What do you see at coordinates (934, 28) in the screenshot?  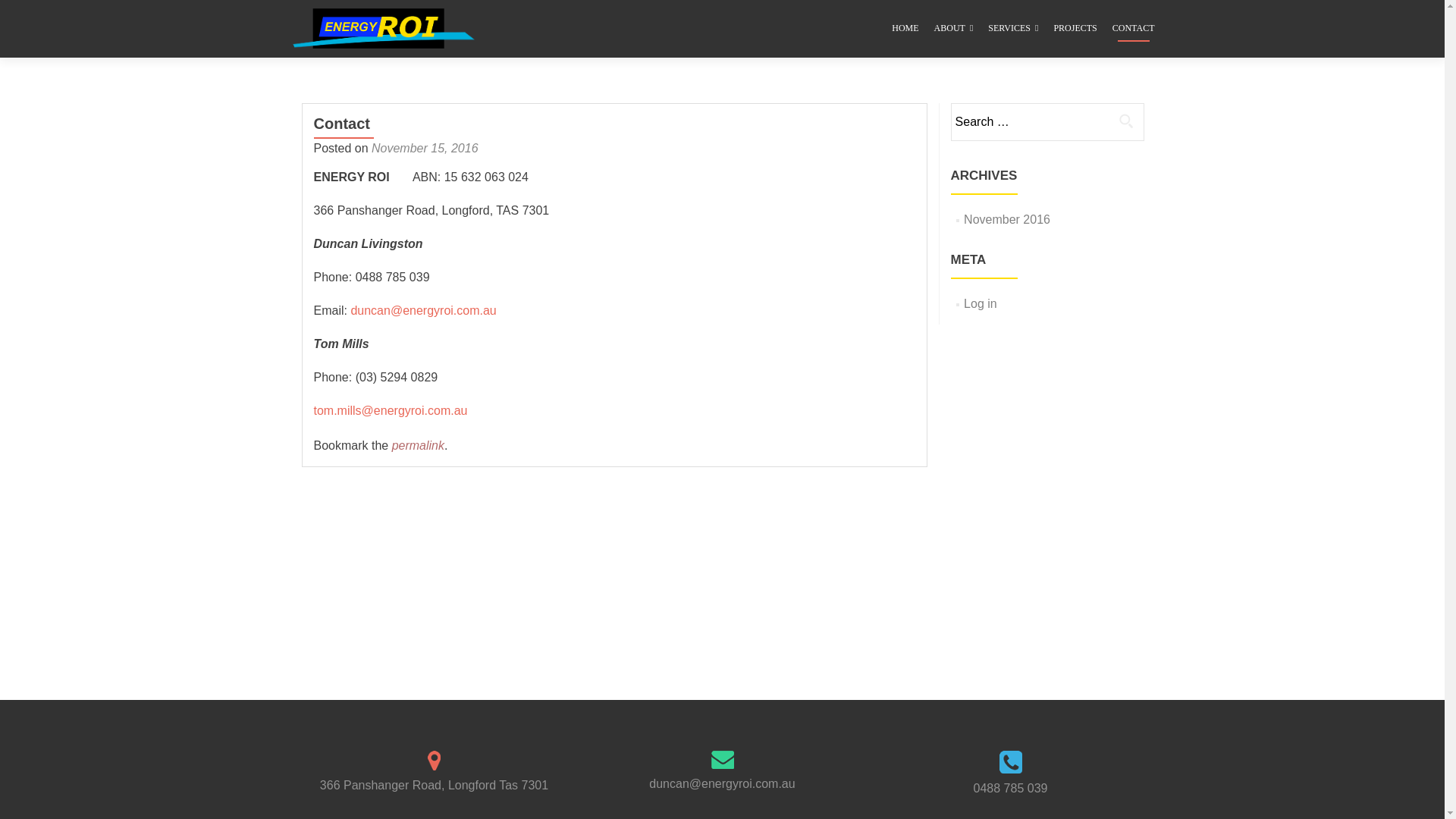 I see `'ABOUT'` at bounding box center [934, 28].